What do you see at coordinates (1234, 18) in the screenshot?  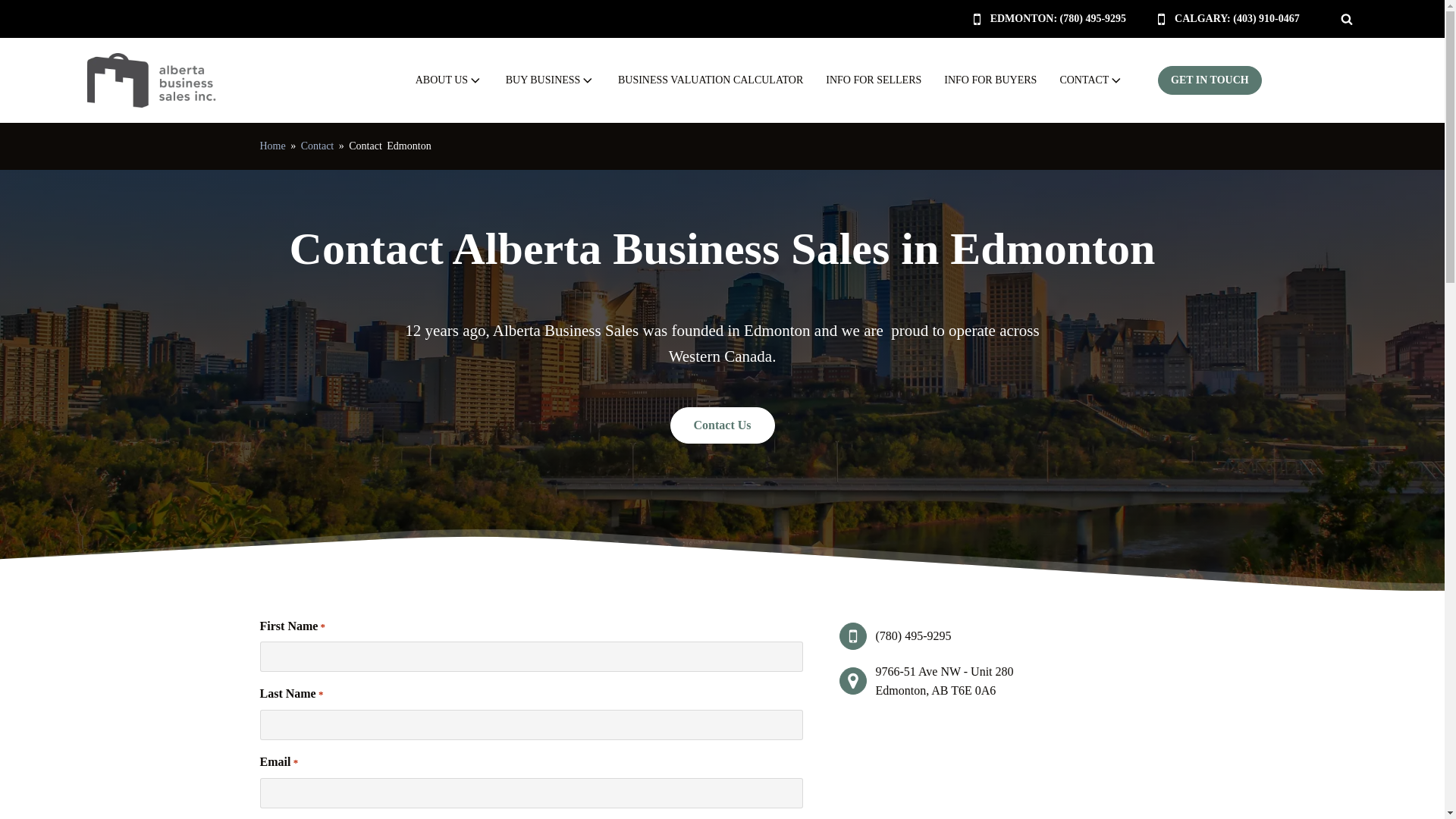 I see `'CALGARY: (403) 910-0467'` at bounding box center [1234, 18].